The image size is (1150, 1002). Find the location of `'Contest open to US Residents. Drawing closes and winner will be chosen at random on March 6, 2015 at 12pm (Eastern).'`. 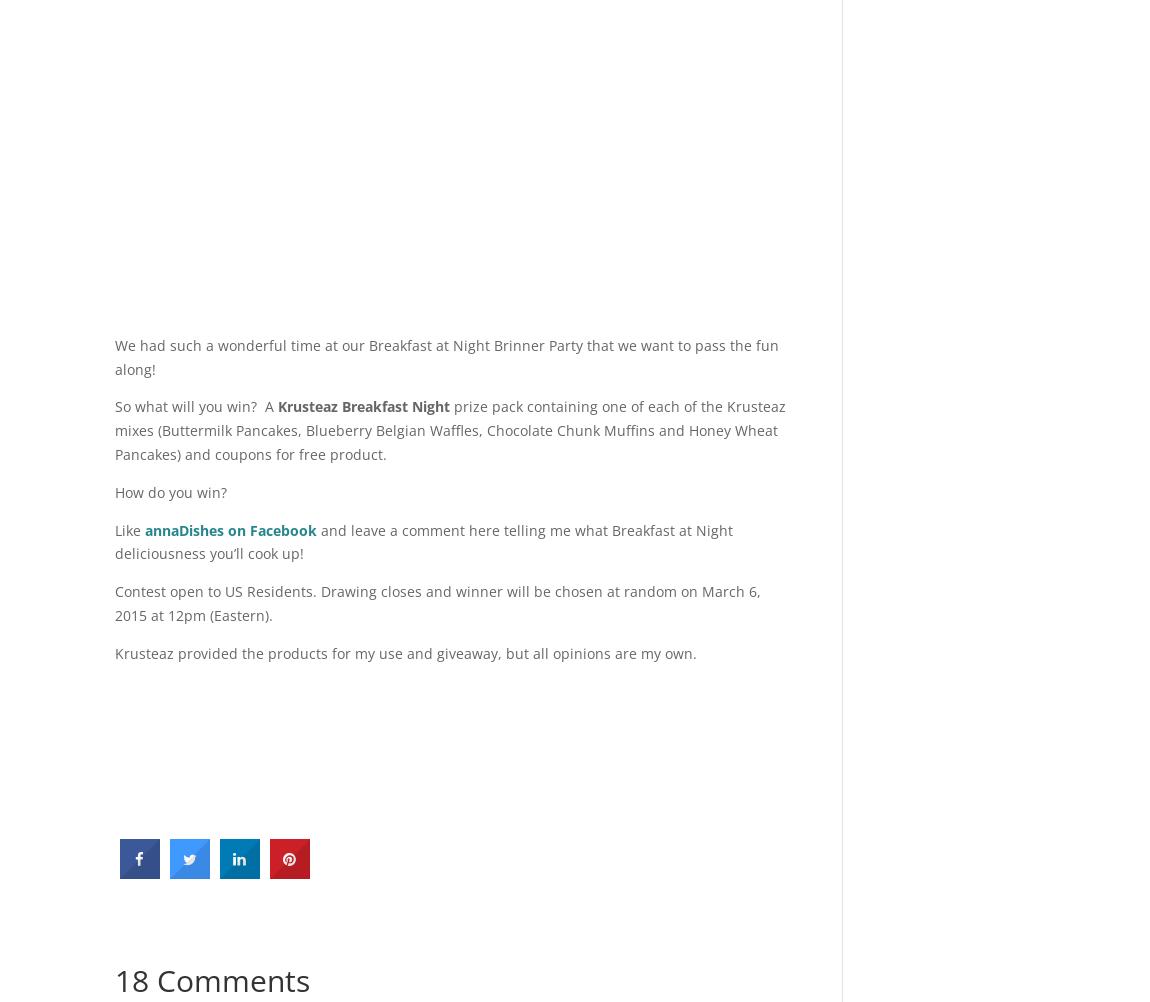

'Contest open to US Residents. Drawing closes and winner will be chosen at random on March 6, 2015 at 12pm (Eastern).' is located at coordinates (114, 602).